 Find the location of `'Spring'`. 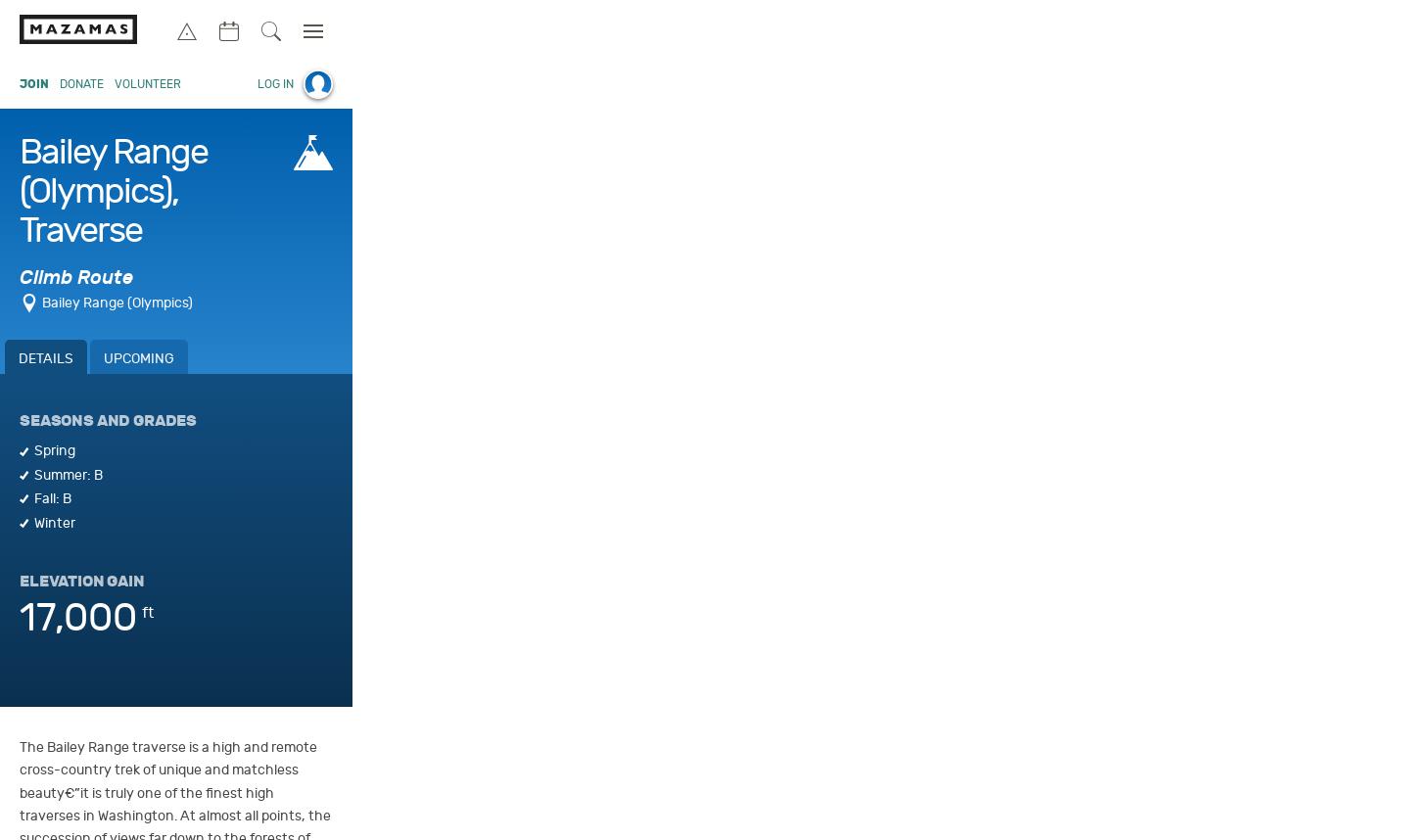

'Spring' is located at coordinates (54, 450).